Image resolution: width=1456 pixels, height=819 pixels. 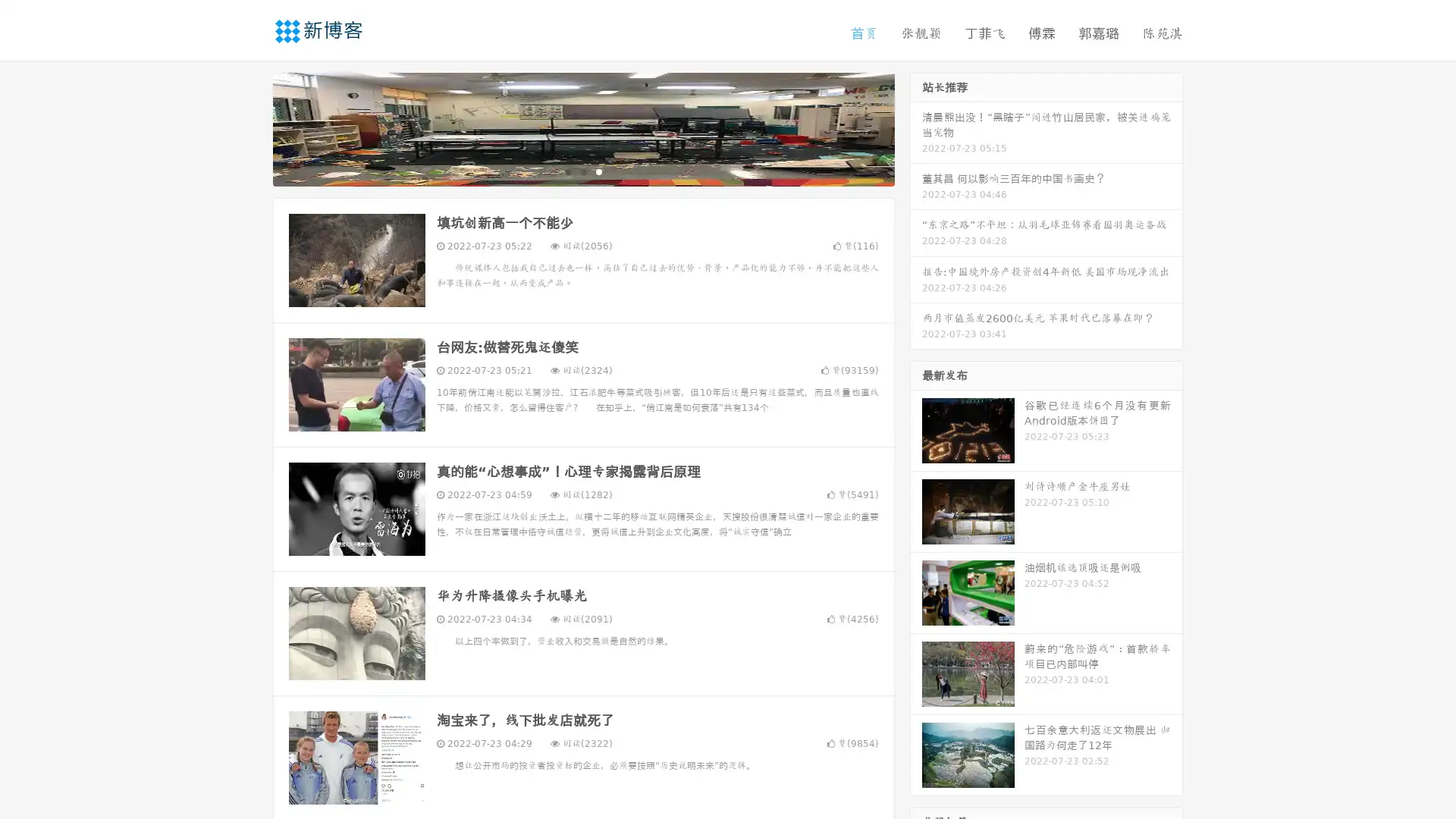 What do you see at coordinates (582, 171) in the screenshot?
I see `Go to slide 2` at bounding box center [582, 171].